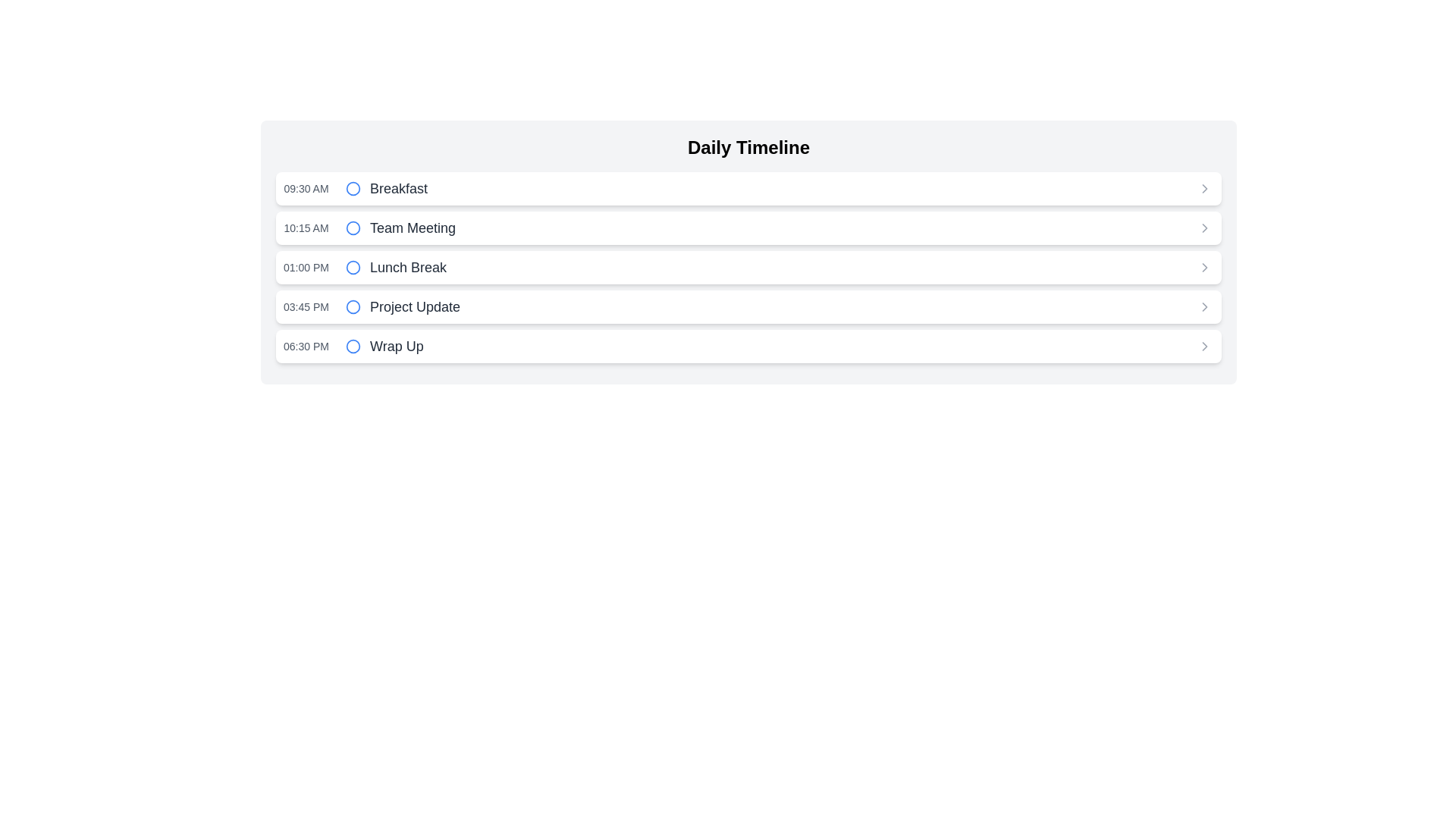  I want to click on the clickable icon or button located at the right side of the 'Wrap Up' section, so click(1203, 346).